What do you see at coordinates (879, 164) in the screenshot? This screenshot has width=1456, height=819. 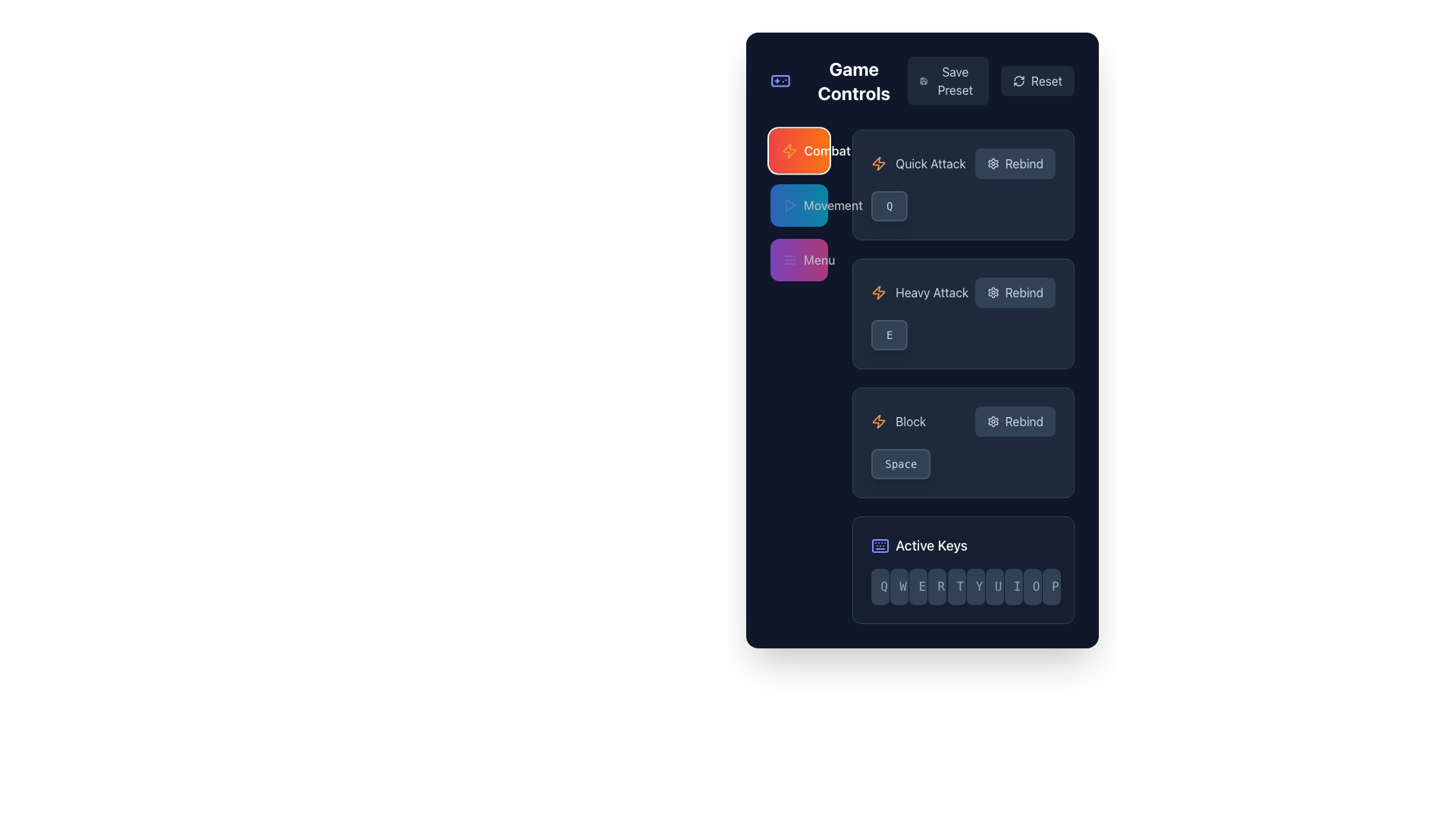 I see `the decorative 'Combat' icon located within the 'Combat' button on the left-hand side of the interface` at bounding box center [879, 164].